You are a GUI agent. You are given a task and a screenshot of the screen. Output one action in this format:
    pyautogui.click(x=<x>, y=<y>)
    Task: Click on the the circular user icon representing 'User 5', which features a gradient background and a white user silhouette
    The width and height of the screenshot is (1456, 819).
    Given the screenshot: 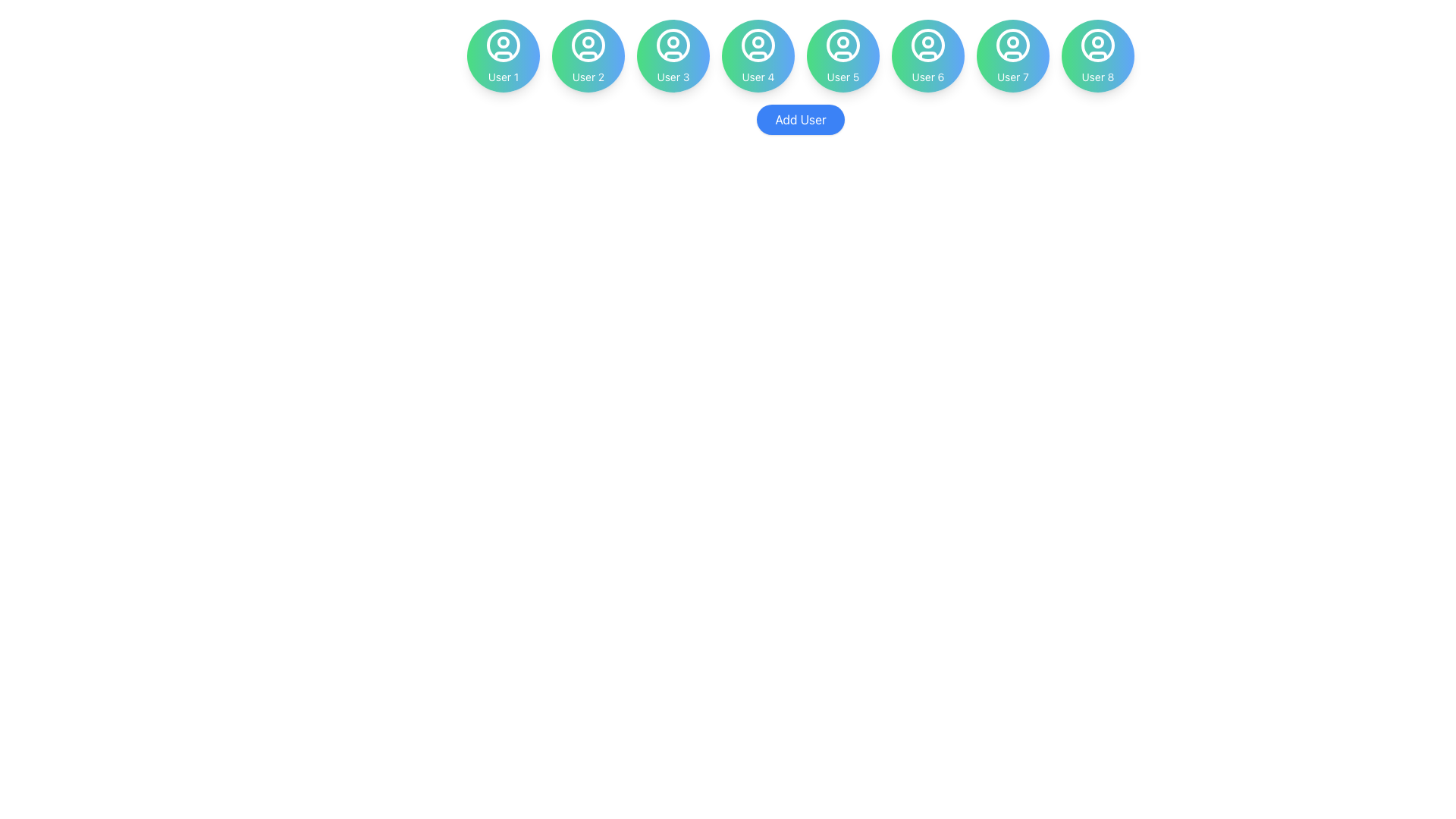 What is the action you would take?
    pyautogui.click(x=843, y=55)
    